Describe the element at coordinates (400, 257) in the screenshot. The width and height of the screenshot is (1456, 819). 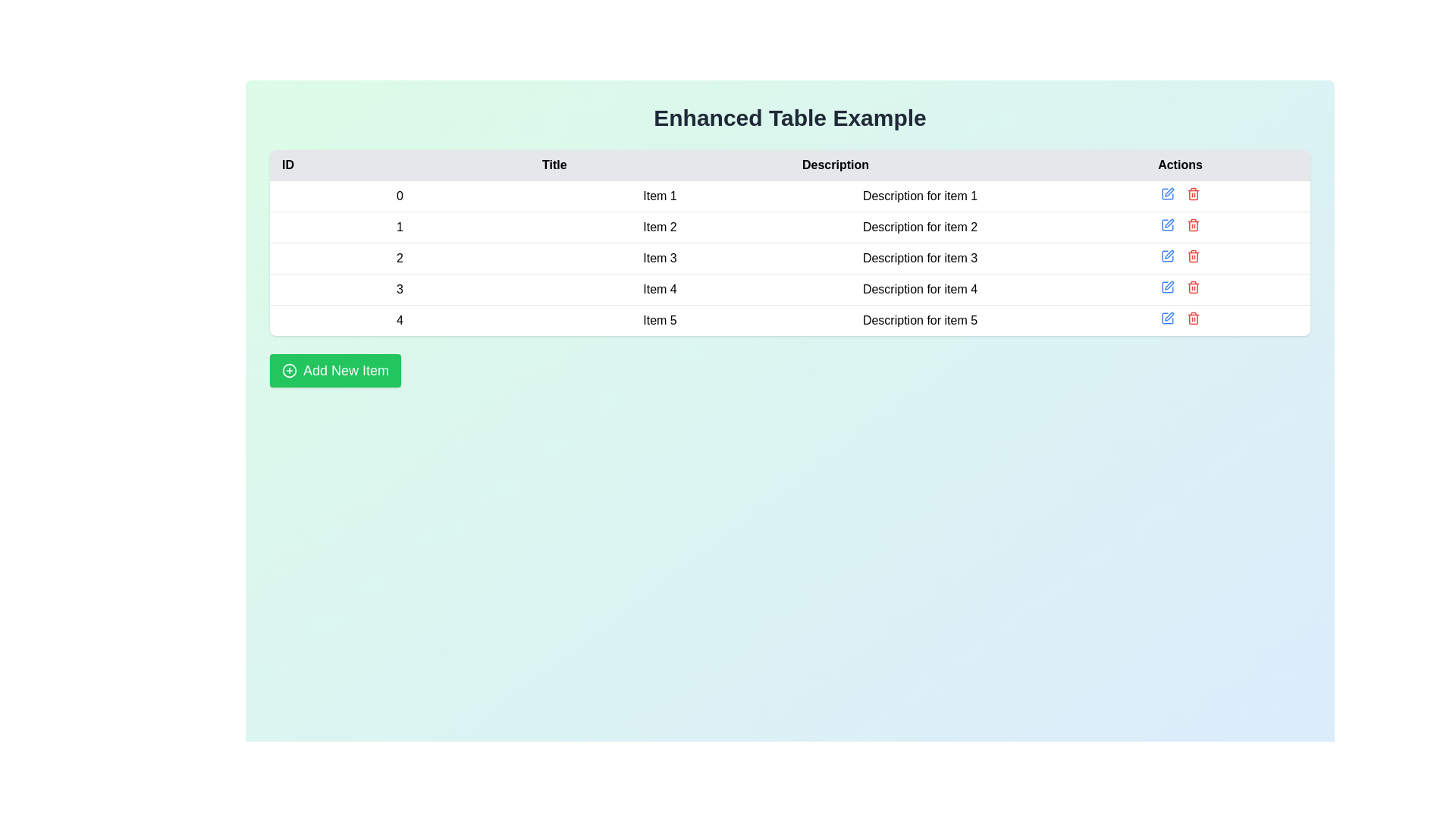
I see `value displayed in the ID column of the third row in the table, which serves as a reference point for the respective row` at that location.